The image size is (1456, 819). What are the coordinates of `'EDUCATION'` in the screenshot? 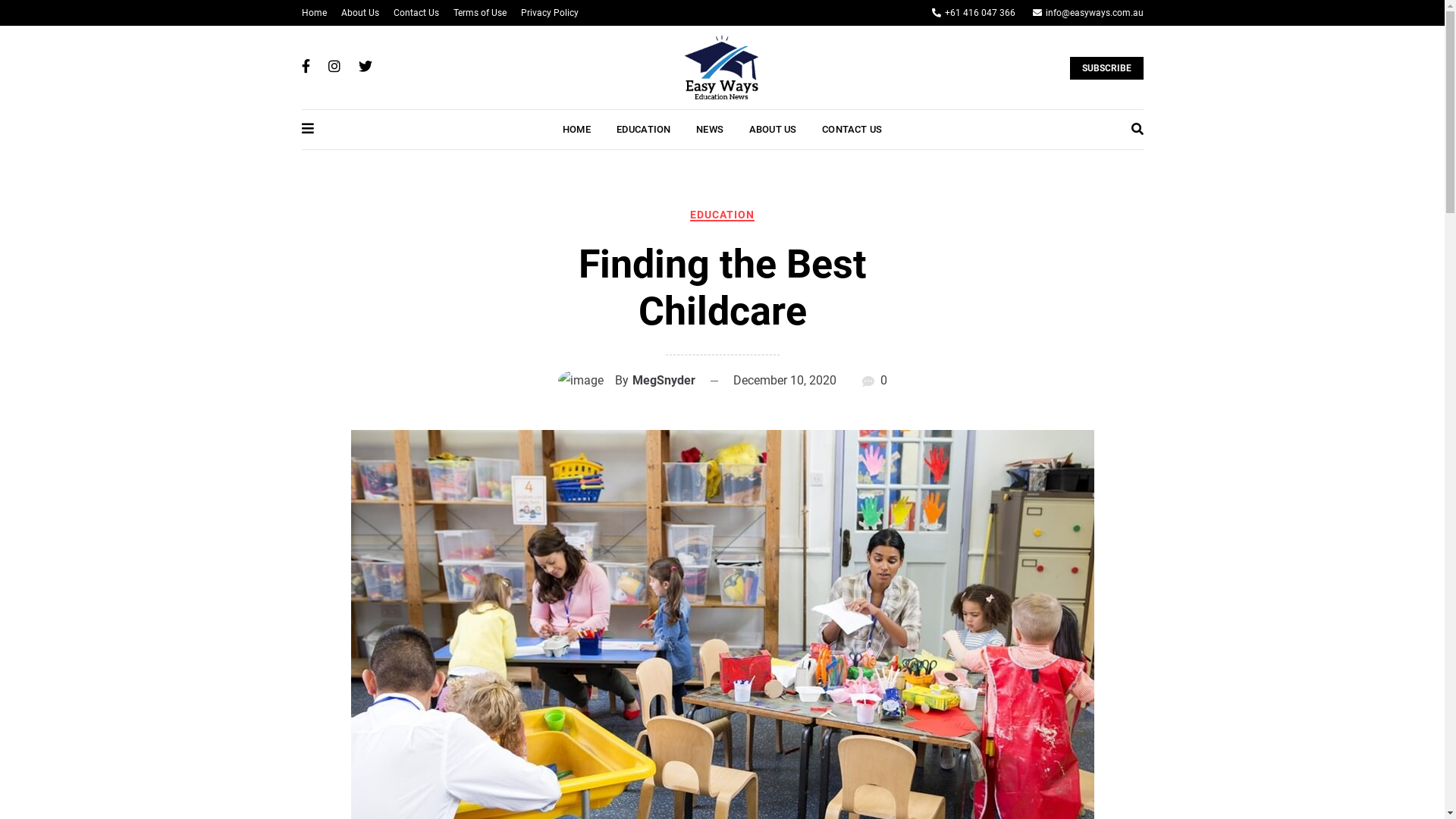 It's located at (721, 214).